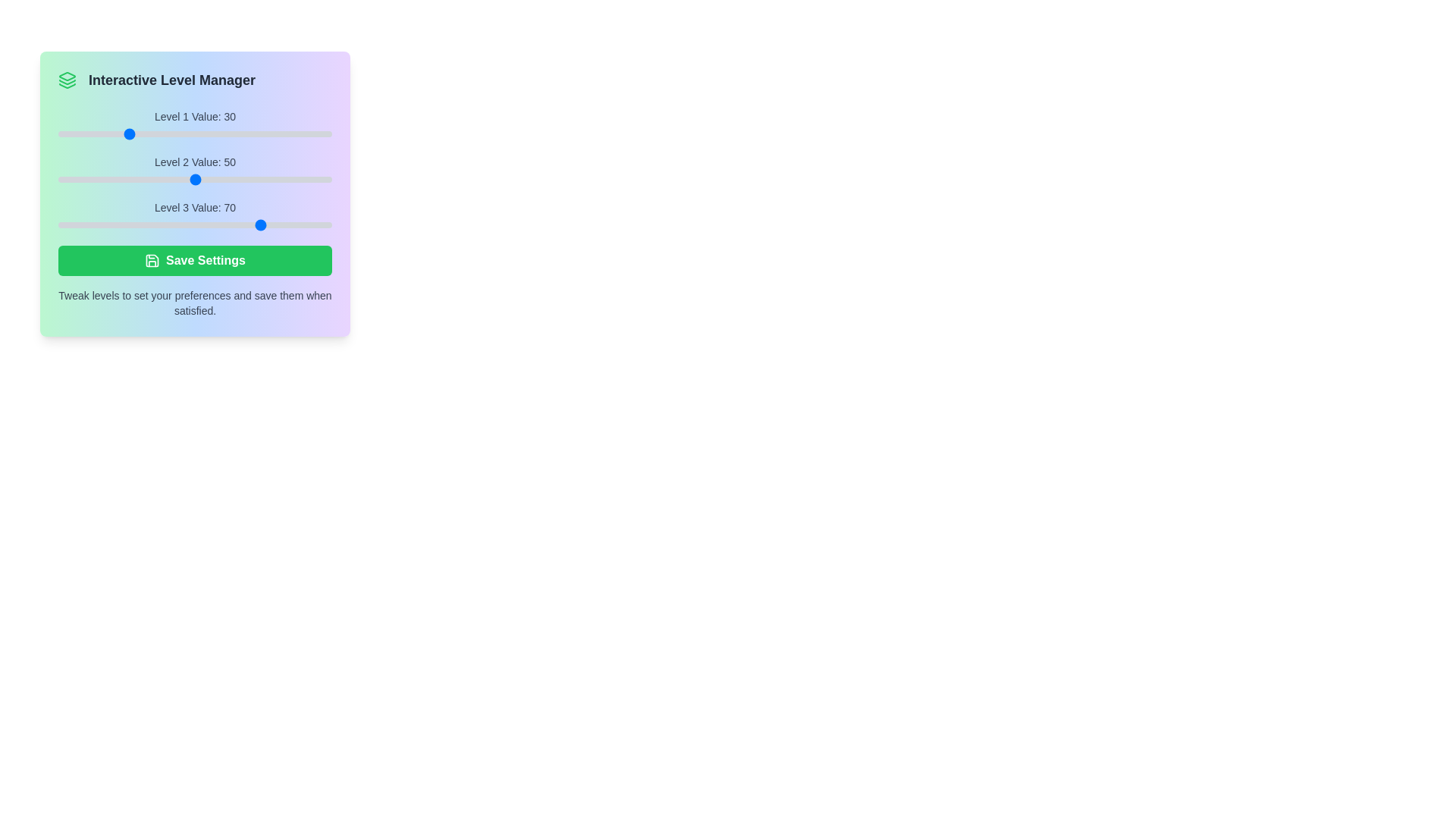 The image size is (1456, 819). I want to click on the Level 3 Value slider, so click(294, 225).